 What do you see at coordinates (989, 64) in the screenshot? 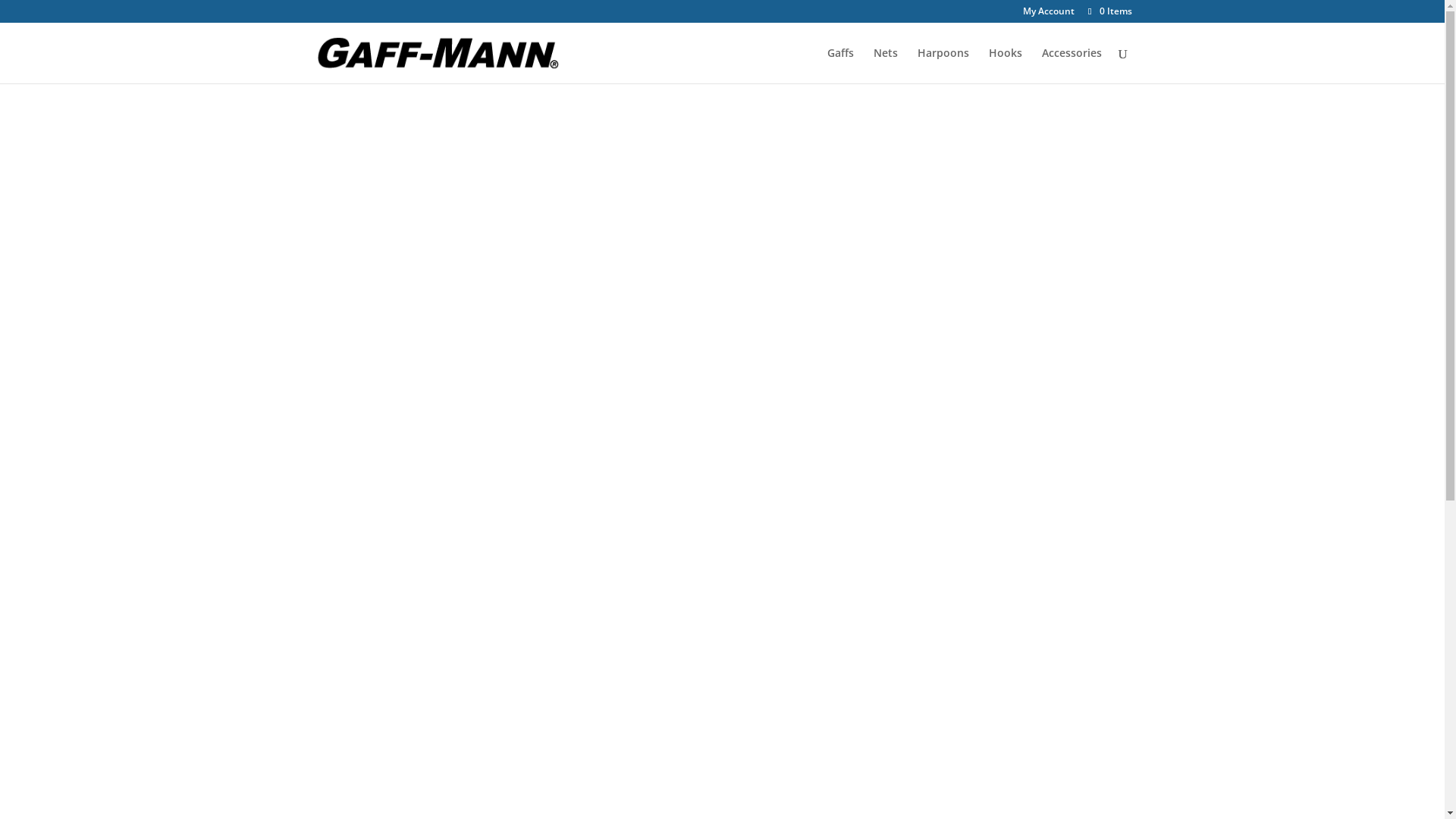
I see `'Hooks'` at bounding box center [989, 64].